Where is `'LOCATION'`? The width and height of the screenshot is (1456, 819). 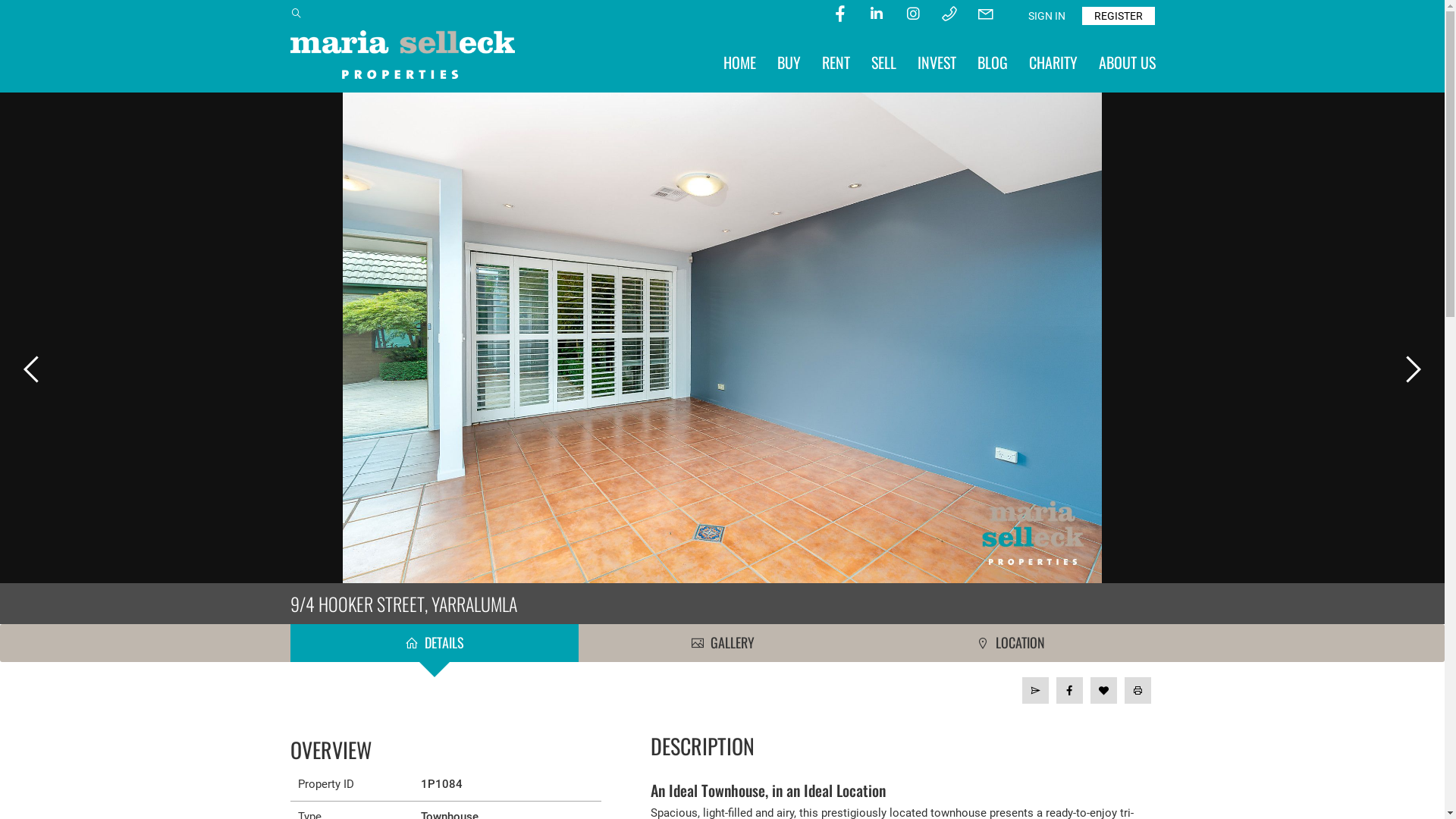
'LOCATION' is located at coordinates (1010, 643).